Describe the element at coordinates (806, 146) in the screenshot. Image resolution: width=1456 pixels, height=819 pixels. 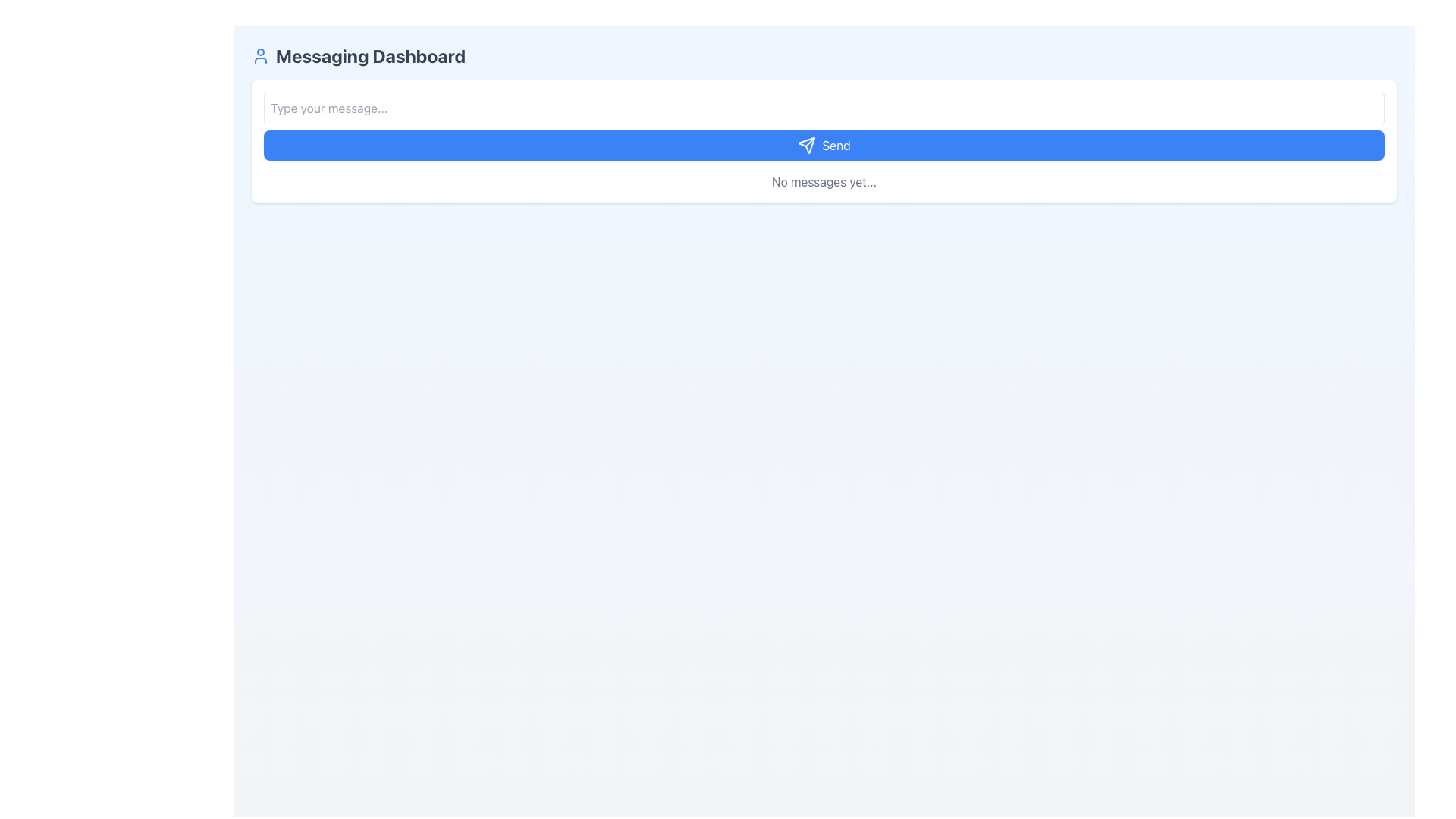
I see `the send icon, a stylized arrow or paper plane, located on the top-right corner of the blue message input button below the 'Type your message...' text input field` at that location.